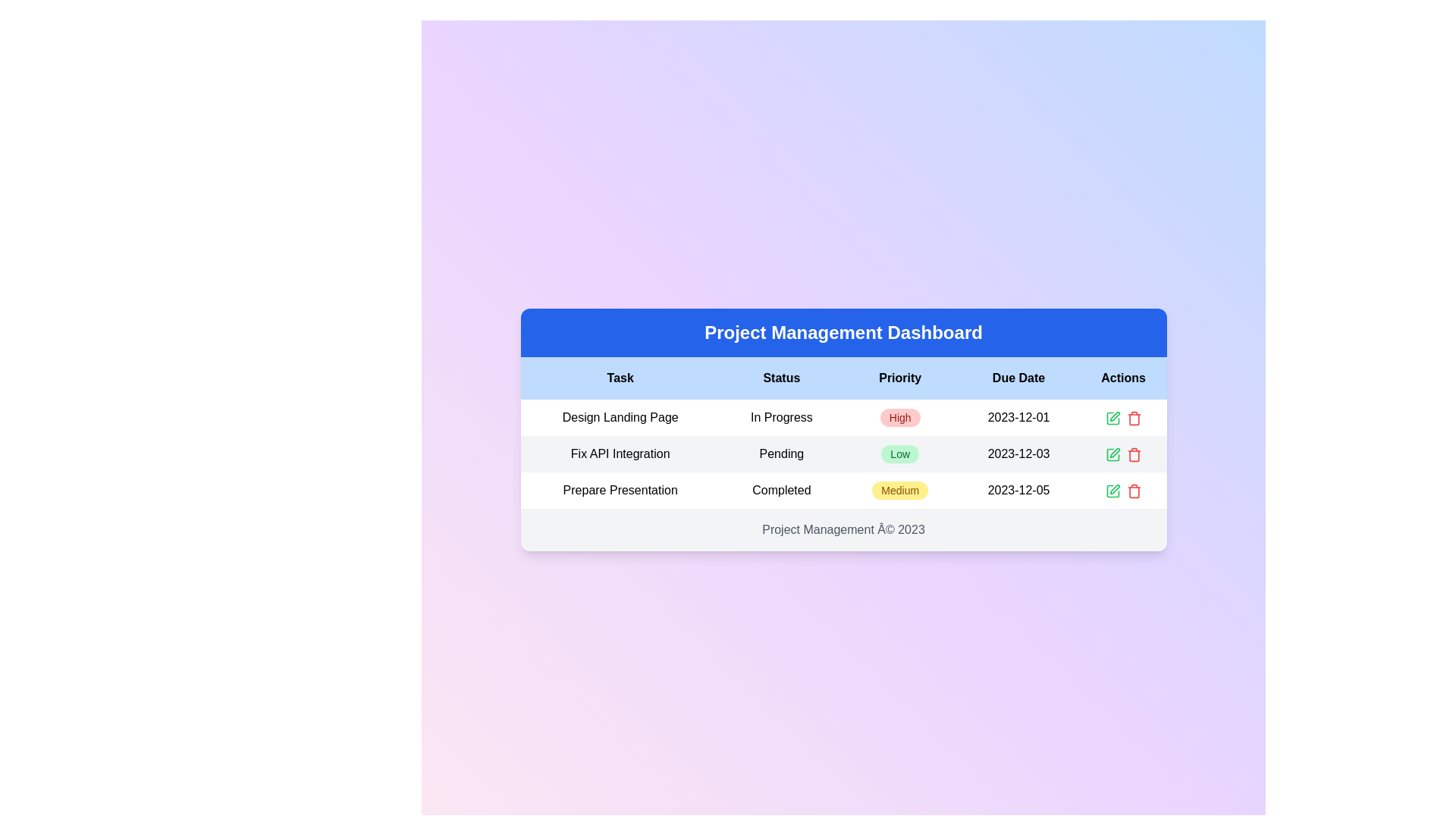 The height and width of the screenshot is (819, 1456). I want to click on the rounded rectangular badge labeled 'High' with a light red background and dark red text in the 'Priority' column of the 'Design Landing Page' task on the 'Project Management Dashboard', so click(900, 418).